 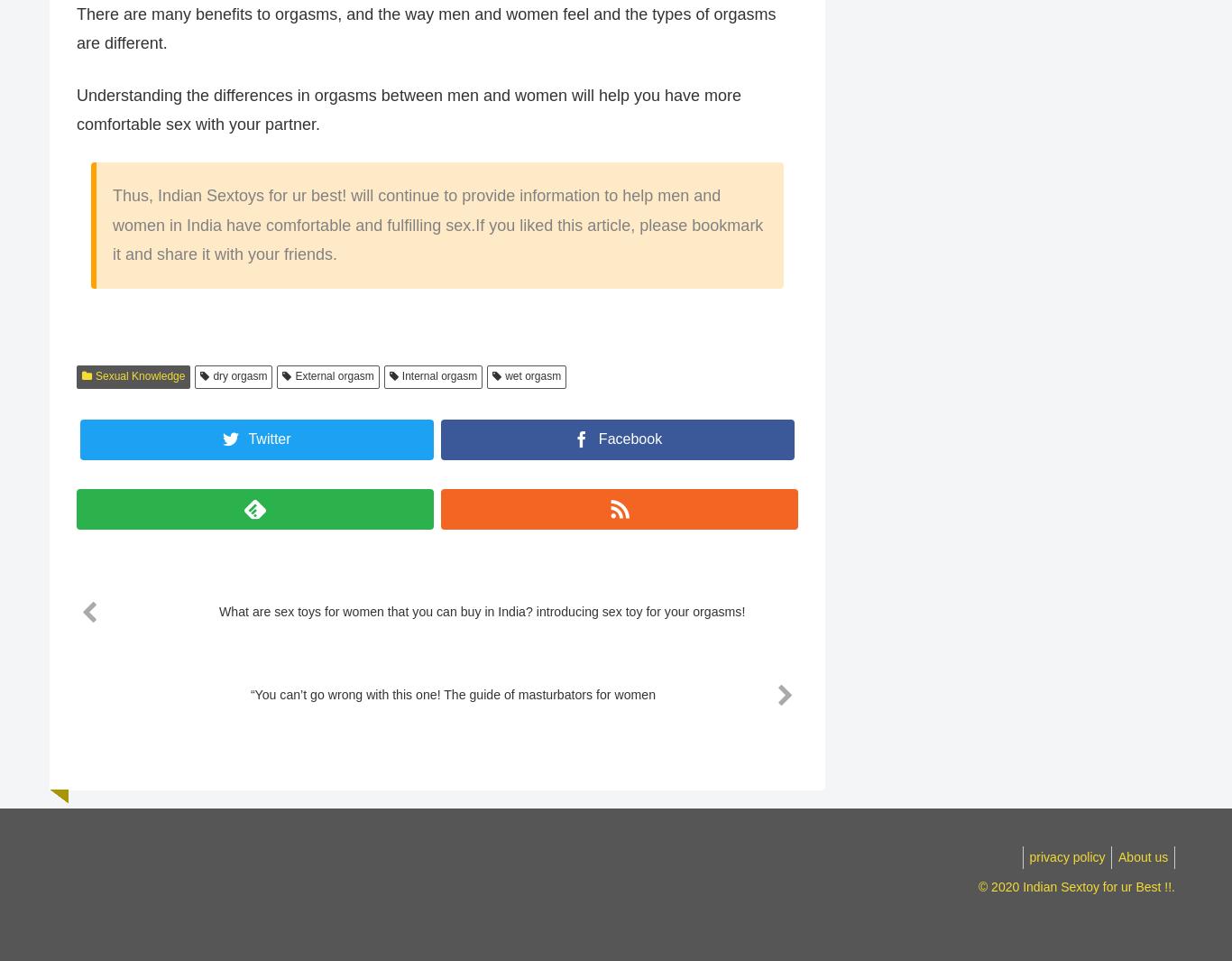 I want to click on 'About us', so click(x=1138, y=859).